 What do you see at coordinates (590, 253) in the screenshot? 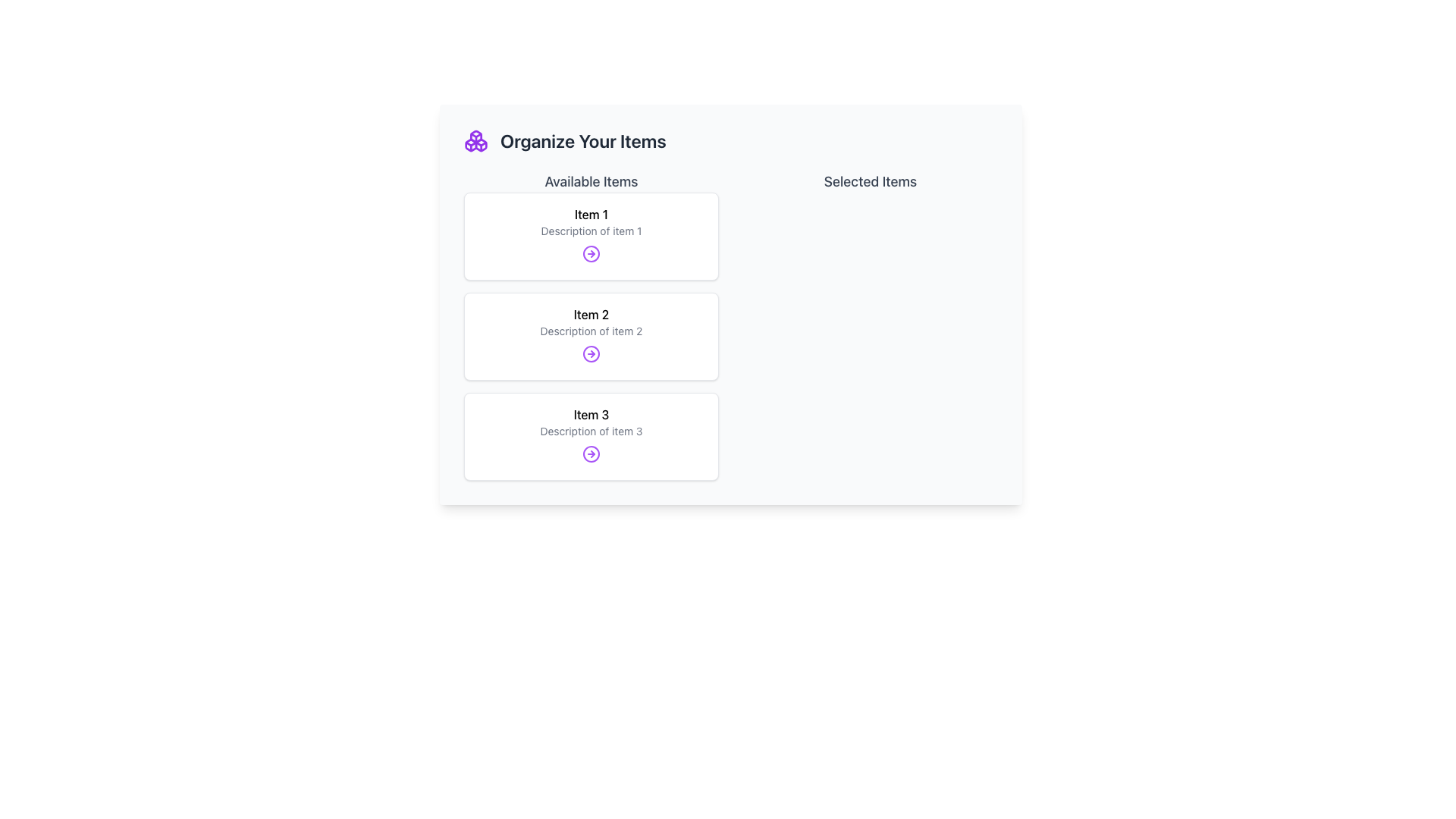
I see `the circular outline surrounding the right-pointing arrow in the button associated with 'Item 1' in the 'Available Items' section` at bounding box center [590, 253].